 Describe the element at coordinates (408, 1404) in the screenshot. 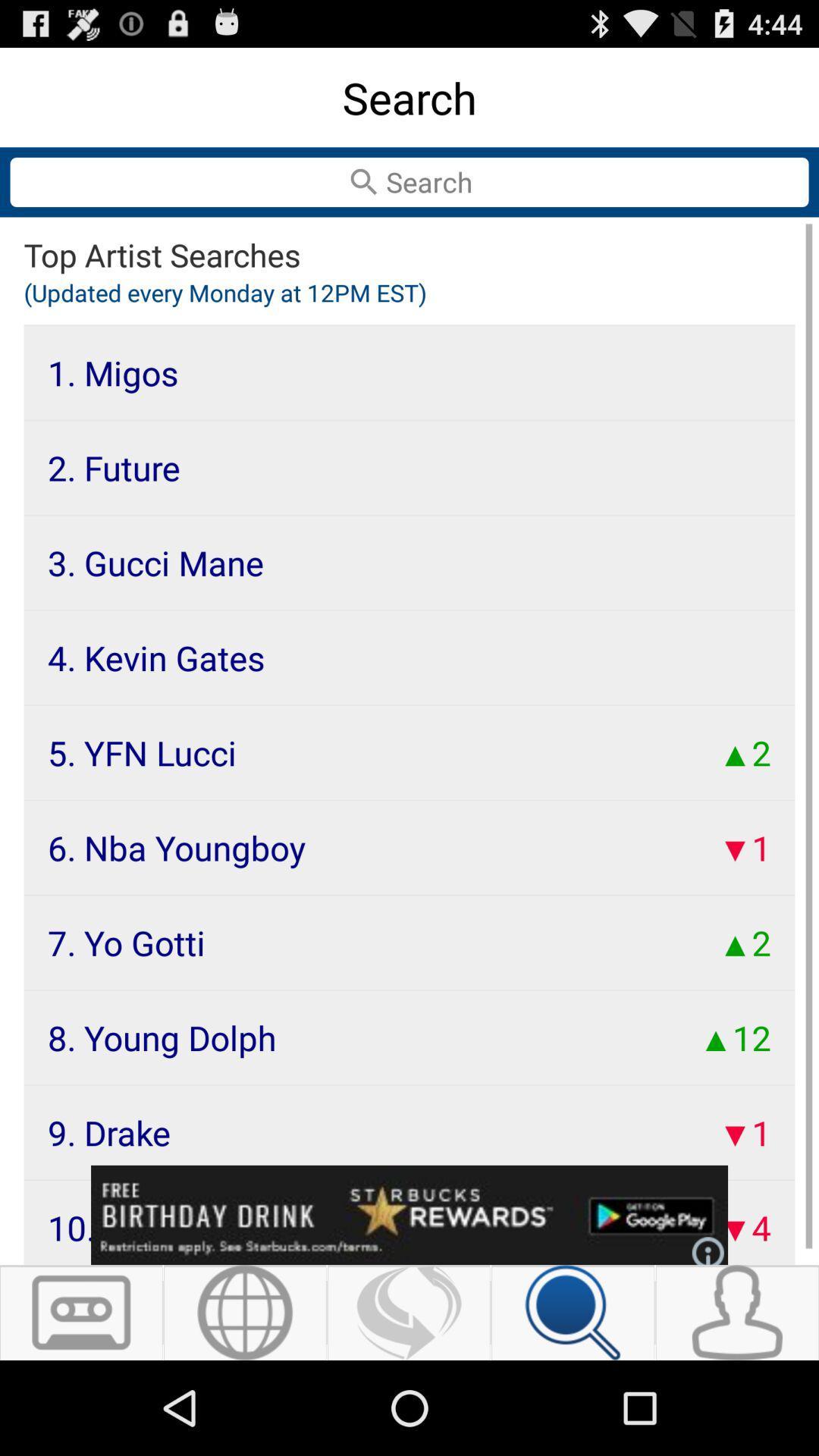

I see `the refresh icon` at that location.